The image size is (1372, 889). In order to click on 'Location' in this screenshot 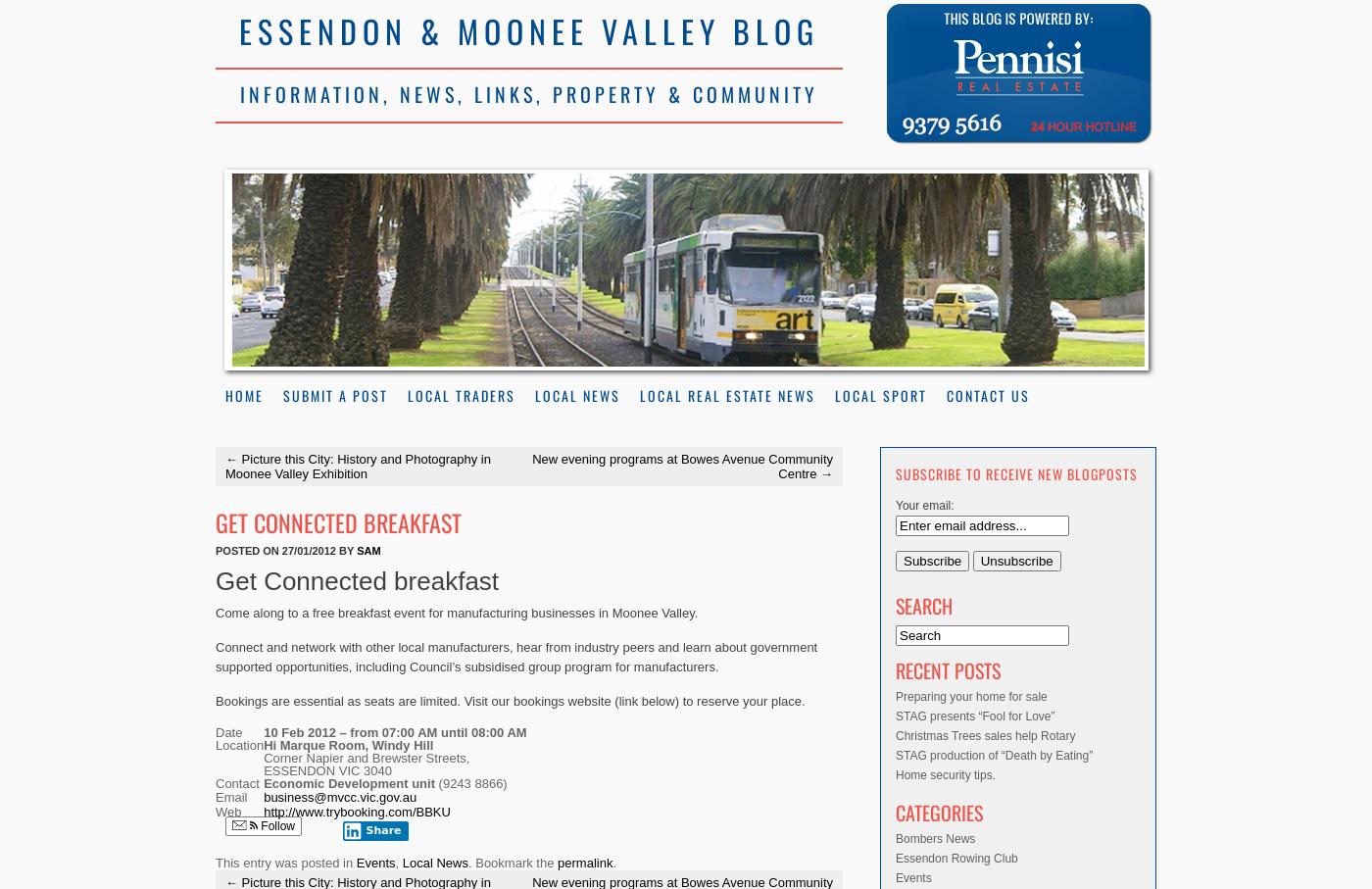, I will do `click(239, 743)`.